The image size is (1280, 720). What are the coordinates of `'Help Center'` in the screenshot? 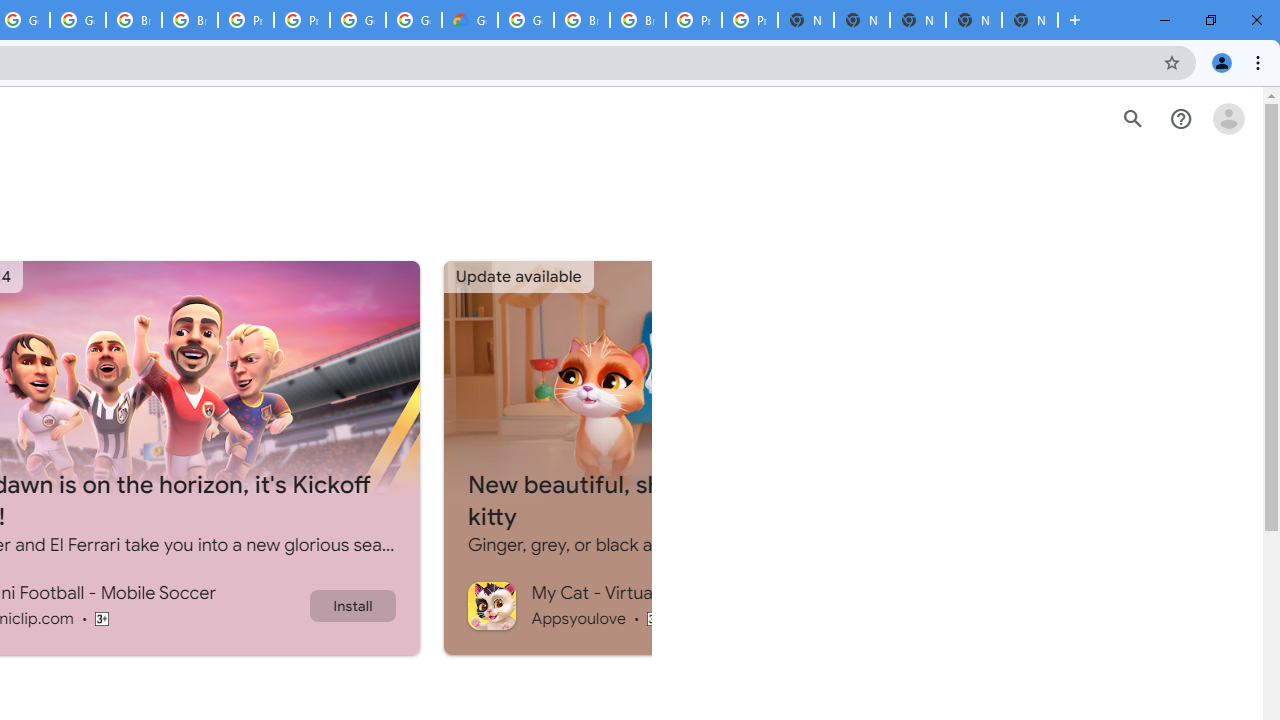 It's located at (1180, 119).